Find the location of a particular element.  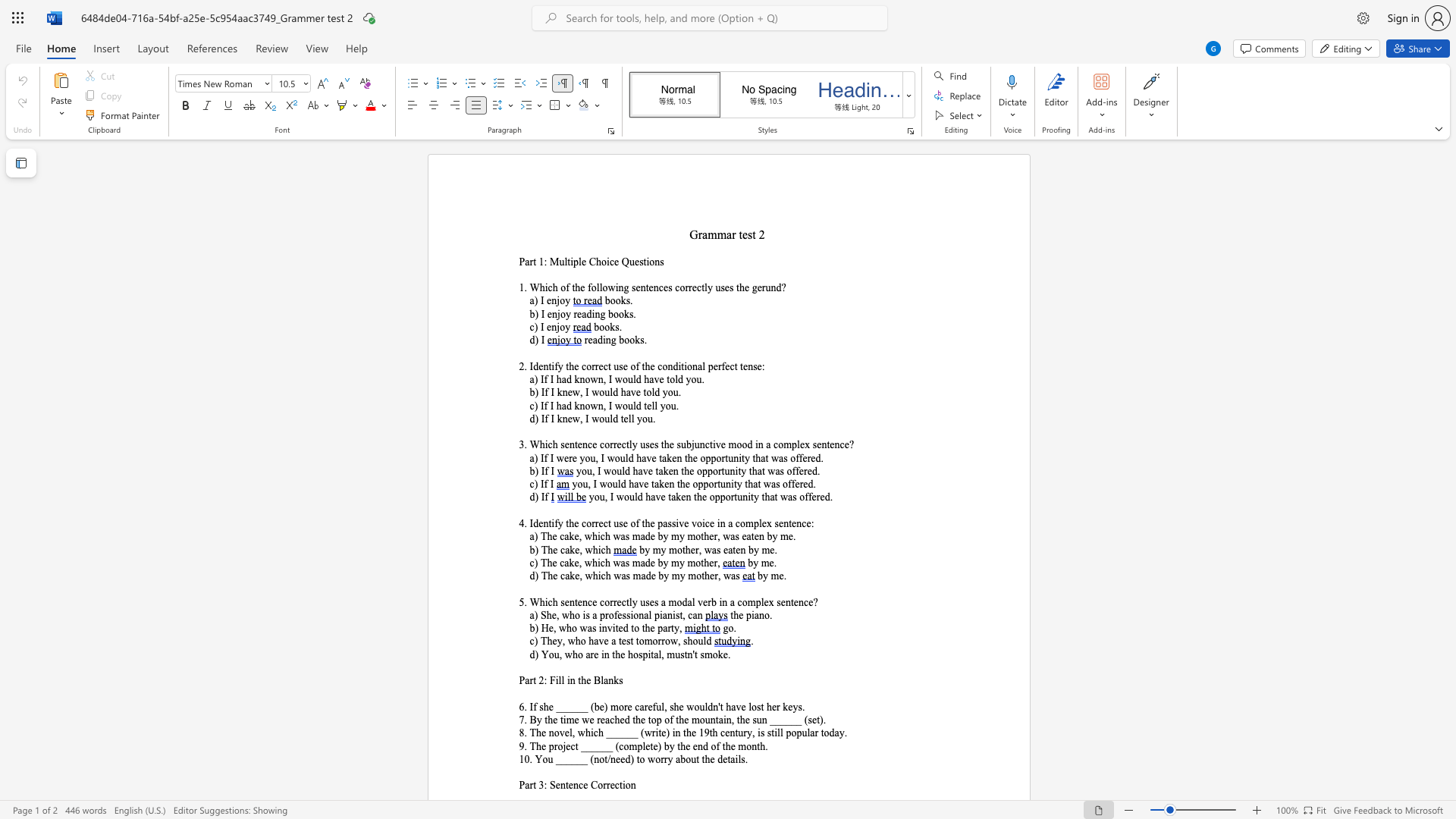

the space between the continuous character "o" and "n" in the text is located at coordinates (630, 785).